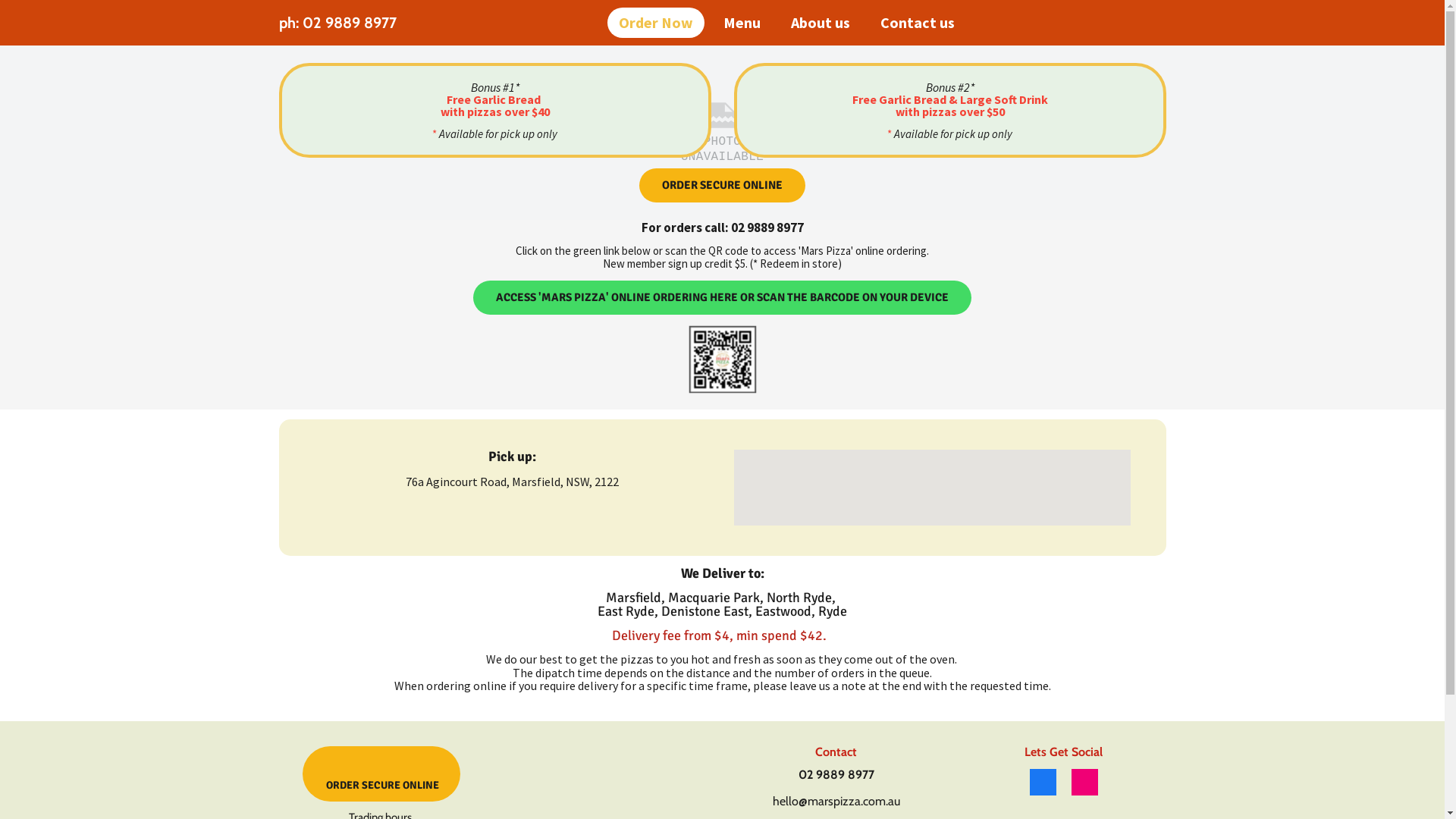  What do you see at coordinates (742, 23) in the screenshot?
I see `'Menu'` at bounding box center [742, 23].